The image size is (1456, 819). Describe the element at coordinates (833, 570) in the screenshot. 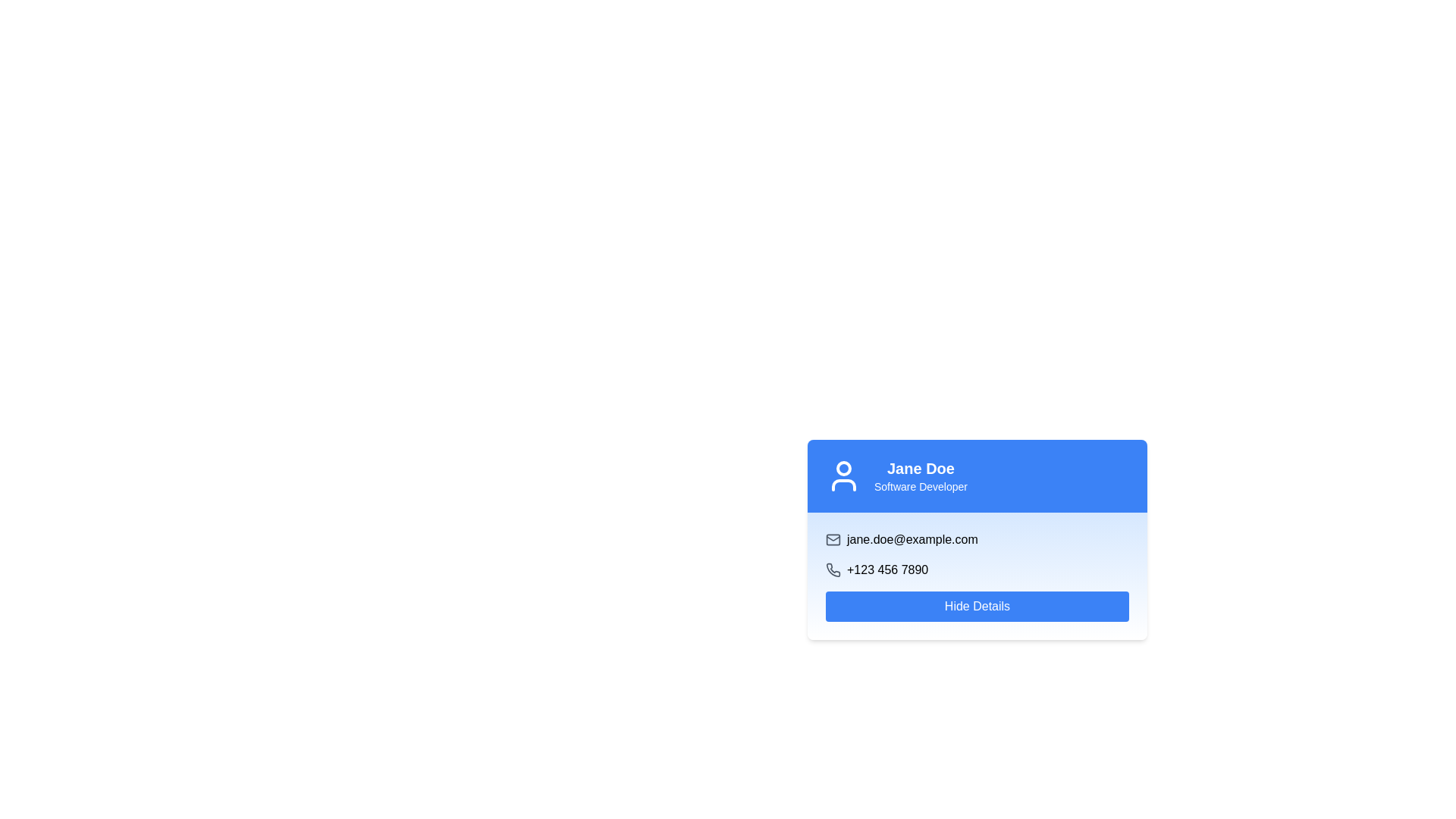

I see `the phone number icon located in the second row of the contact card, which serves as a label for the adjacent phone number '+123 456 7890'` at that location.